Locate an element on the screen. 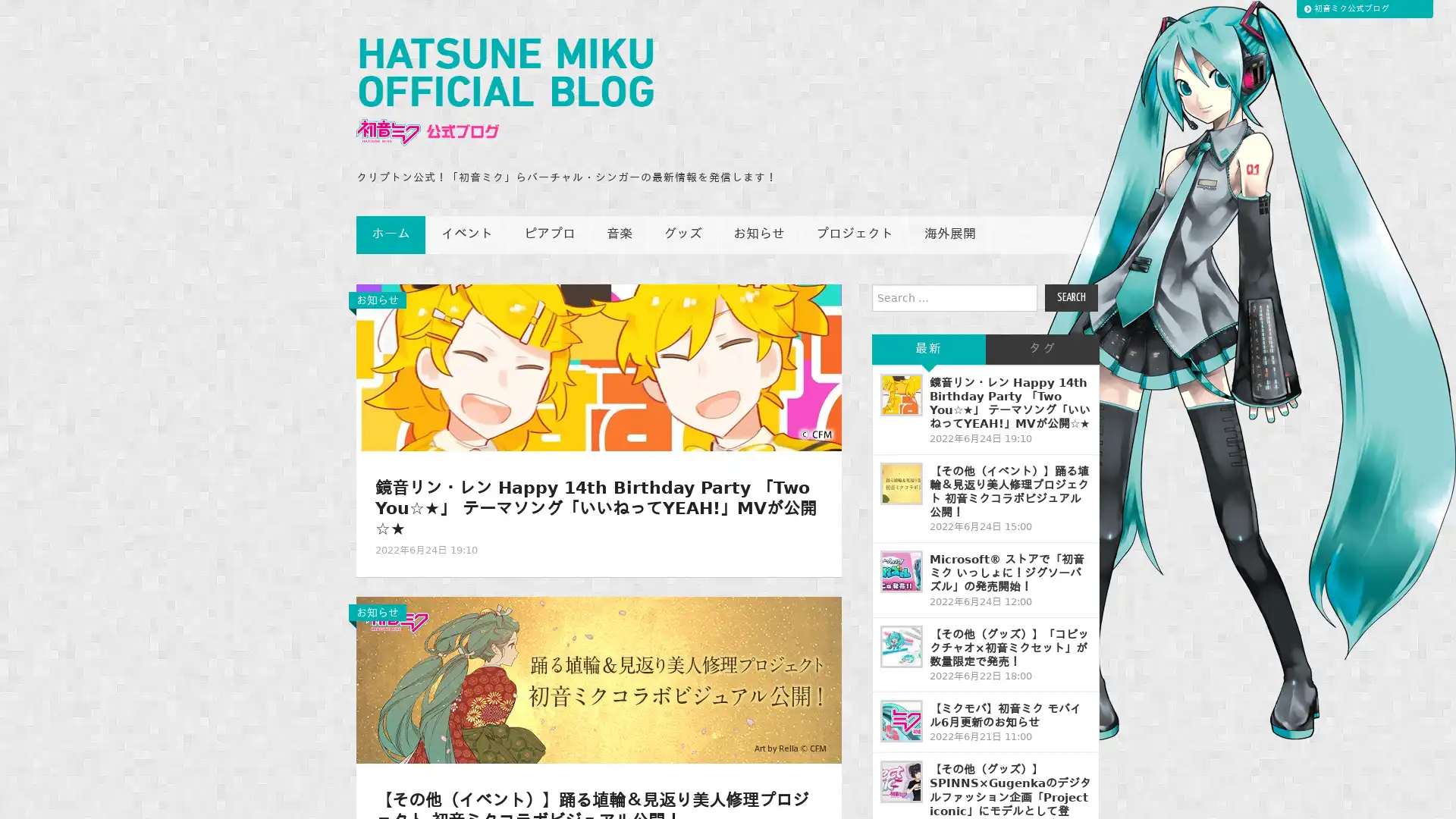 This screenshot has width=1456, height=819. Search is located at coordinates (1070, 298).